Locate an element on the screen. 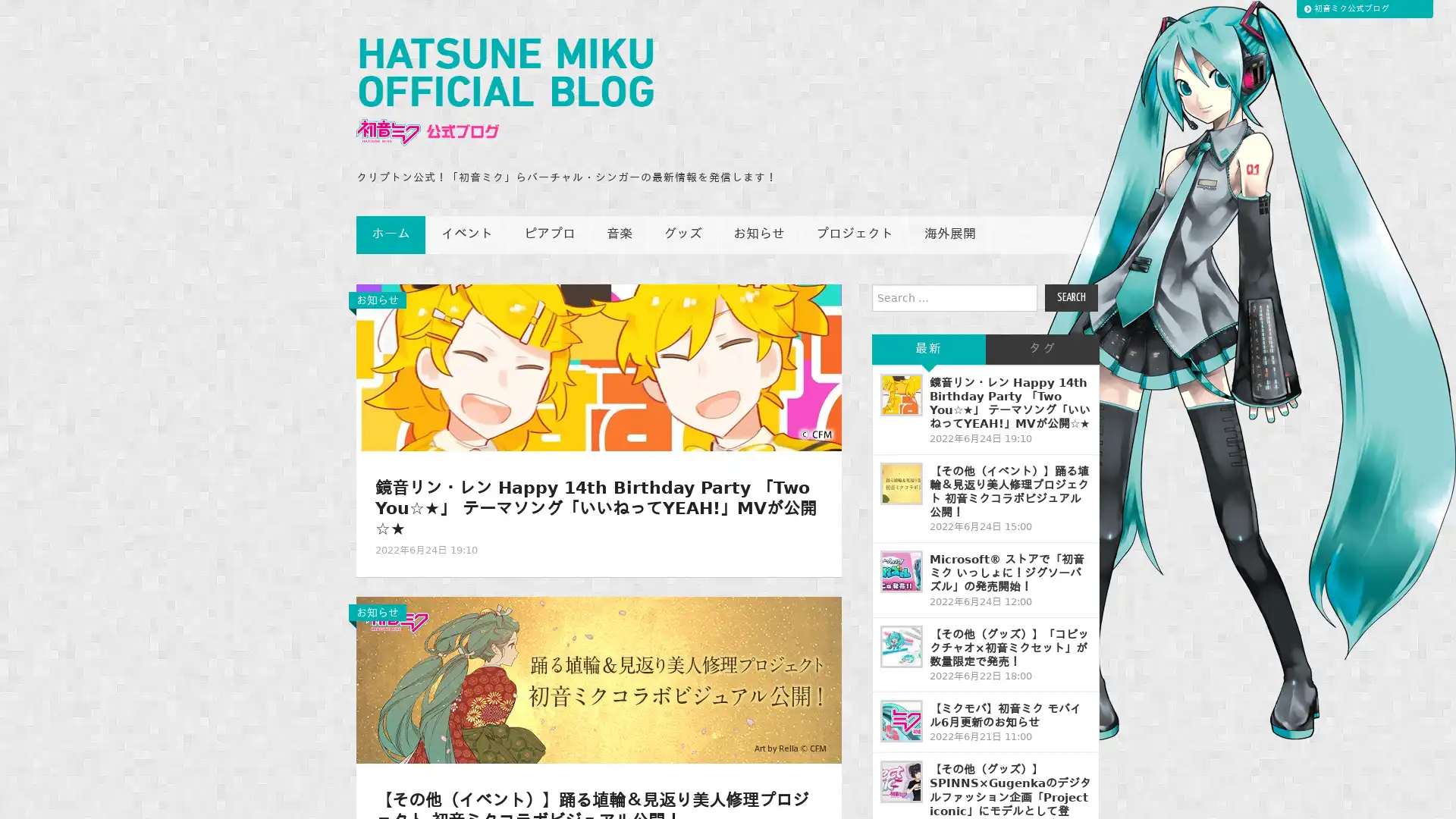 This screenshot has width=1456, height=819. Search is located at coordinates (1070, 298).